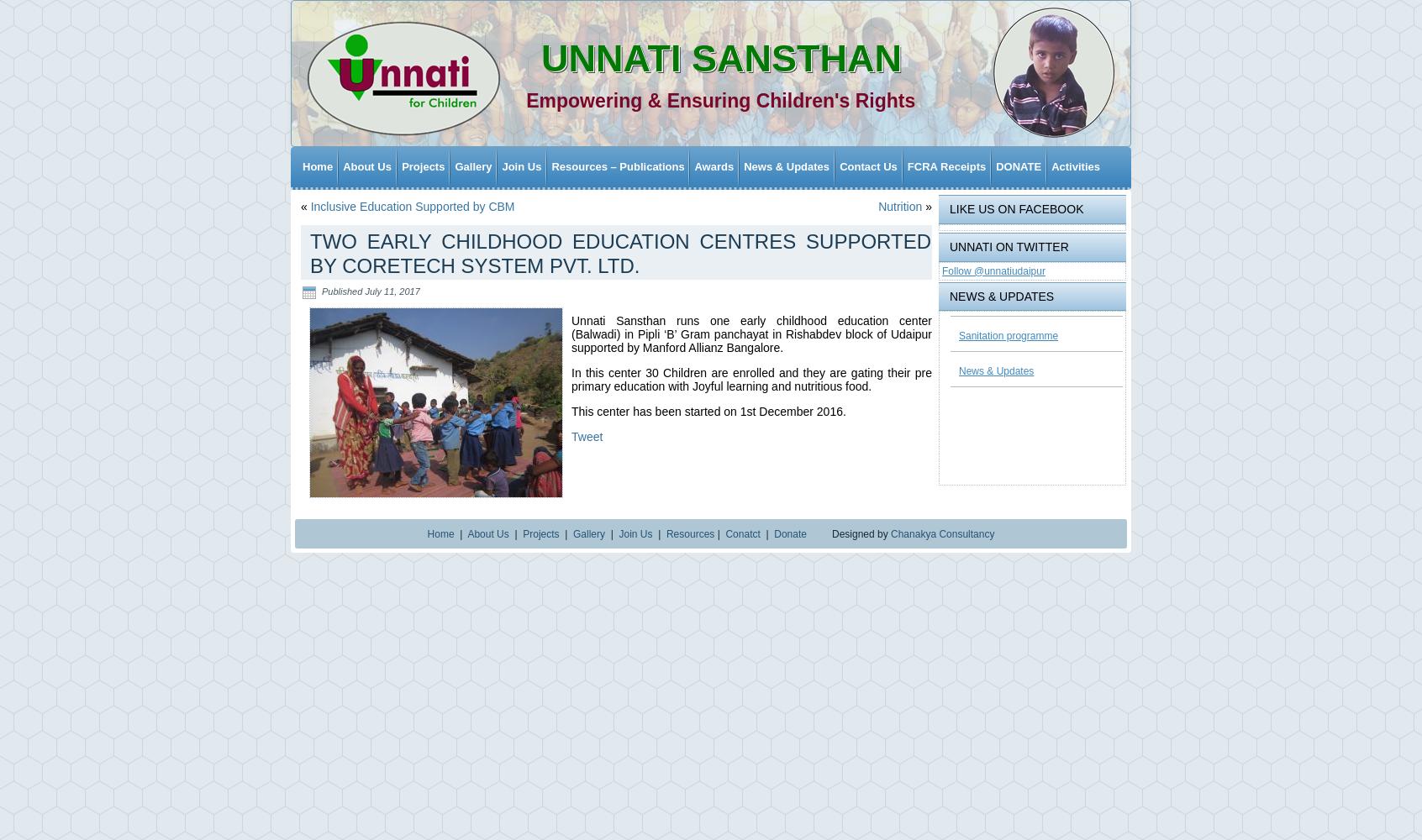 This screenshot has height=840, width=1422. What do you see at coordinates (530, 167) in the screenshot?
I see `'Programme Gallery'` at bounding box center [530, 167].